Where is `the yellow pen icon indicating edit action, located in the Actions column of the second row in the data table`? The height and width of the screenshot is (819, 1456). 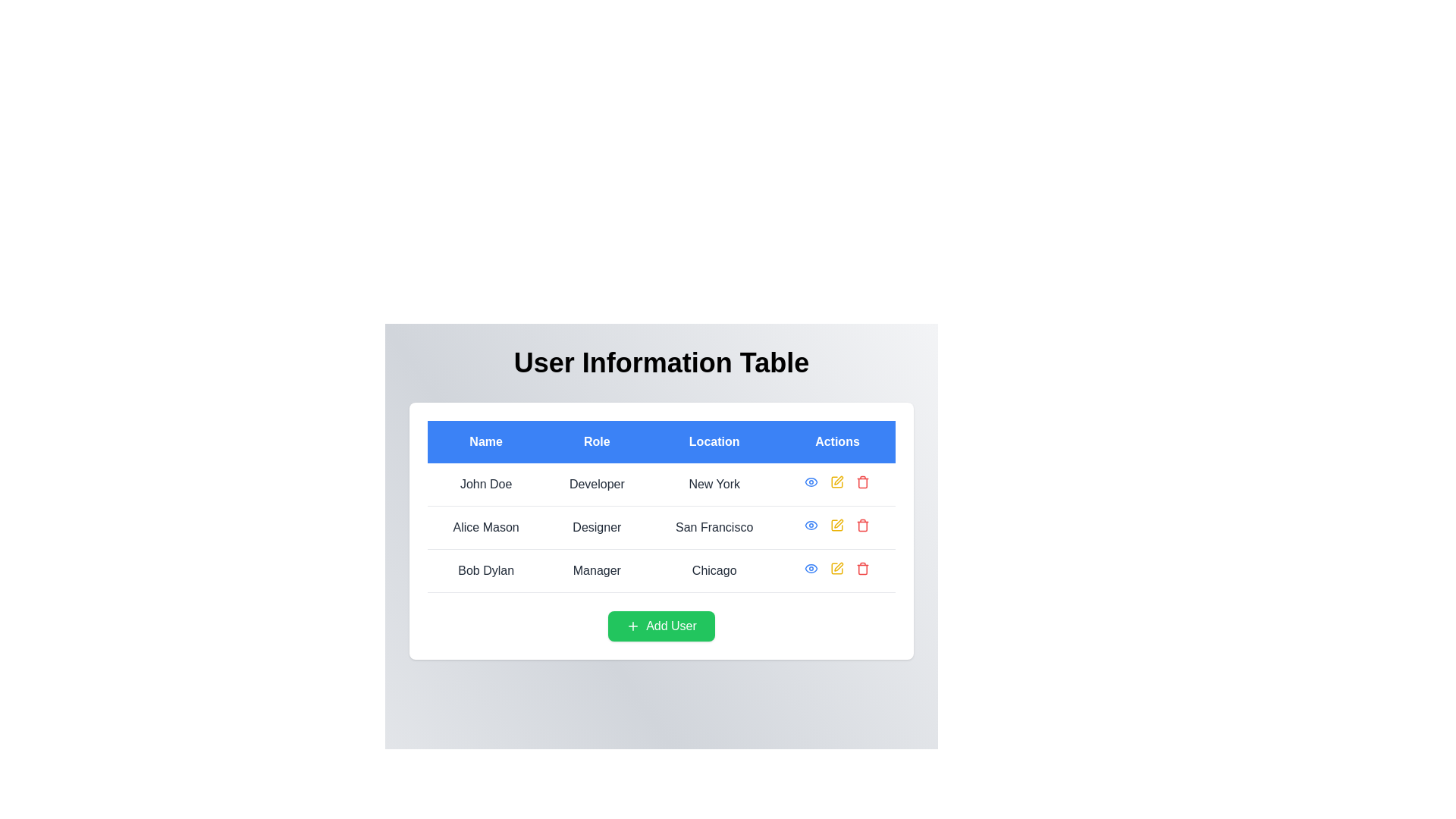 the yellow pen icon indicating edit action, located in the Actions column of the second row in the data table is located at coordinates (836, 525).